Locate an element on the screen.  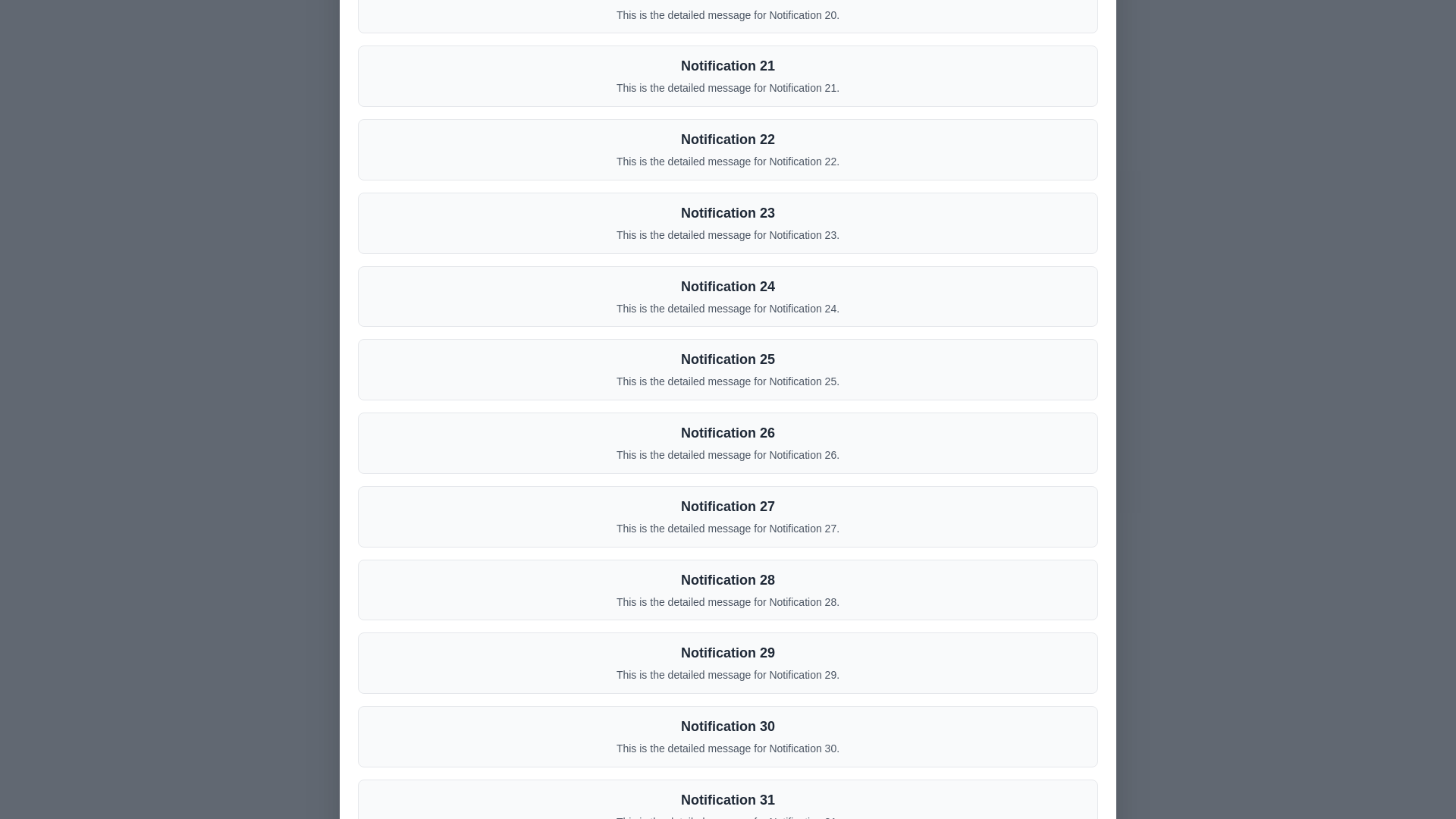
the background overlay to close the dialog is located at coordinates (728, 409).